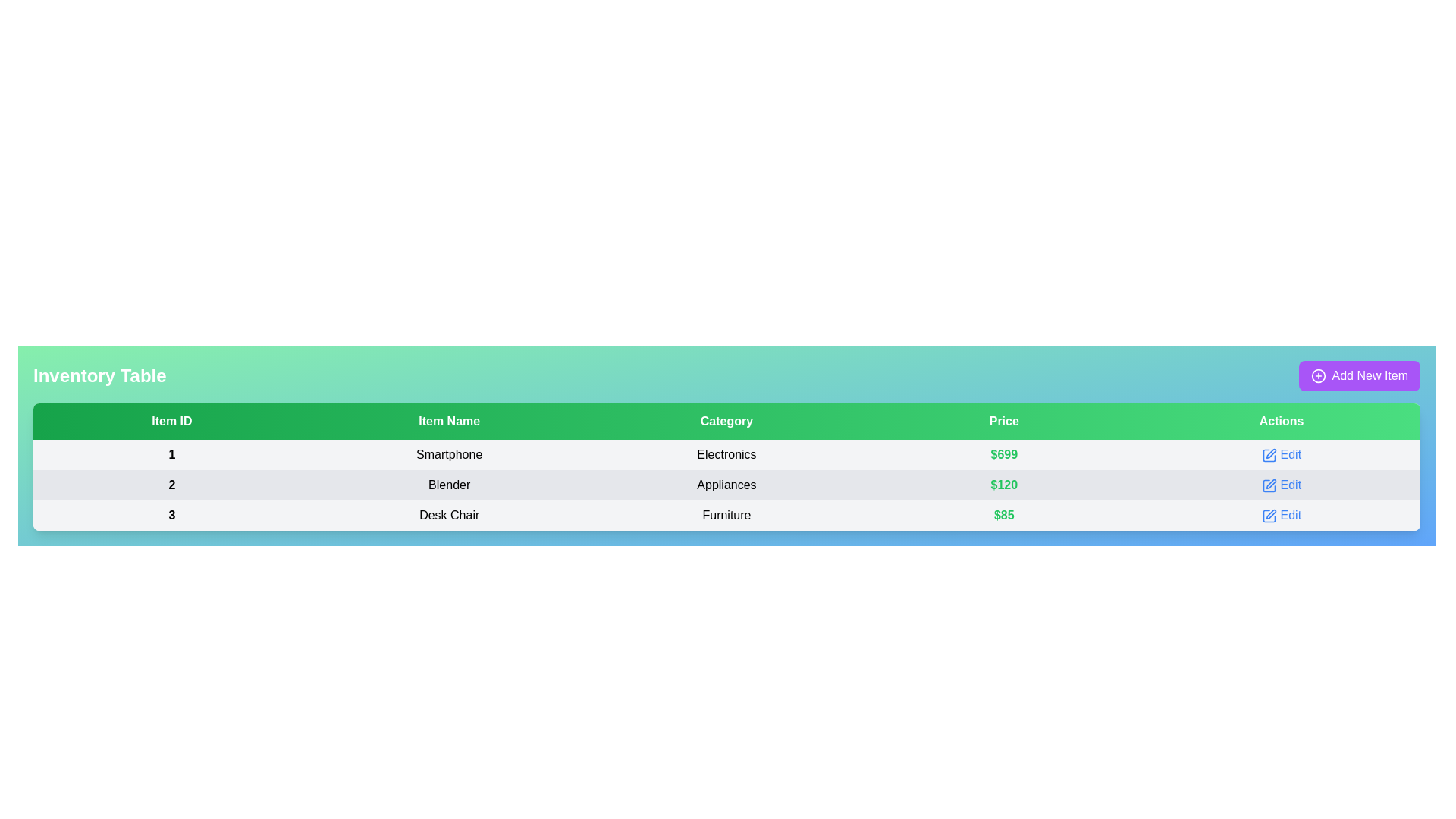 Image resolution: width=1456 pixels, height=819 pixels. What do you see at coordinates (1280, 454) in the screenshot?
I see `the edit button located in the 'Actions' column of the first row of the table, which corresponds to the 'Smartphone' item` at bounding box center [1280, 454].